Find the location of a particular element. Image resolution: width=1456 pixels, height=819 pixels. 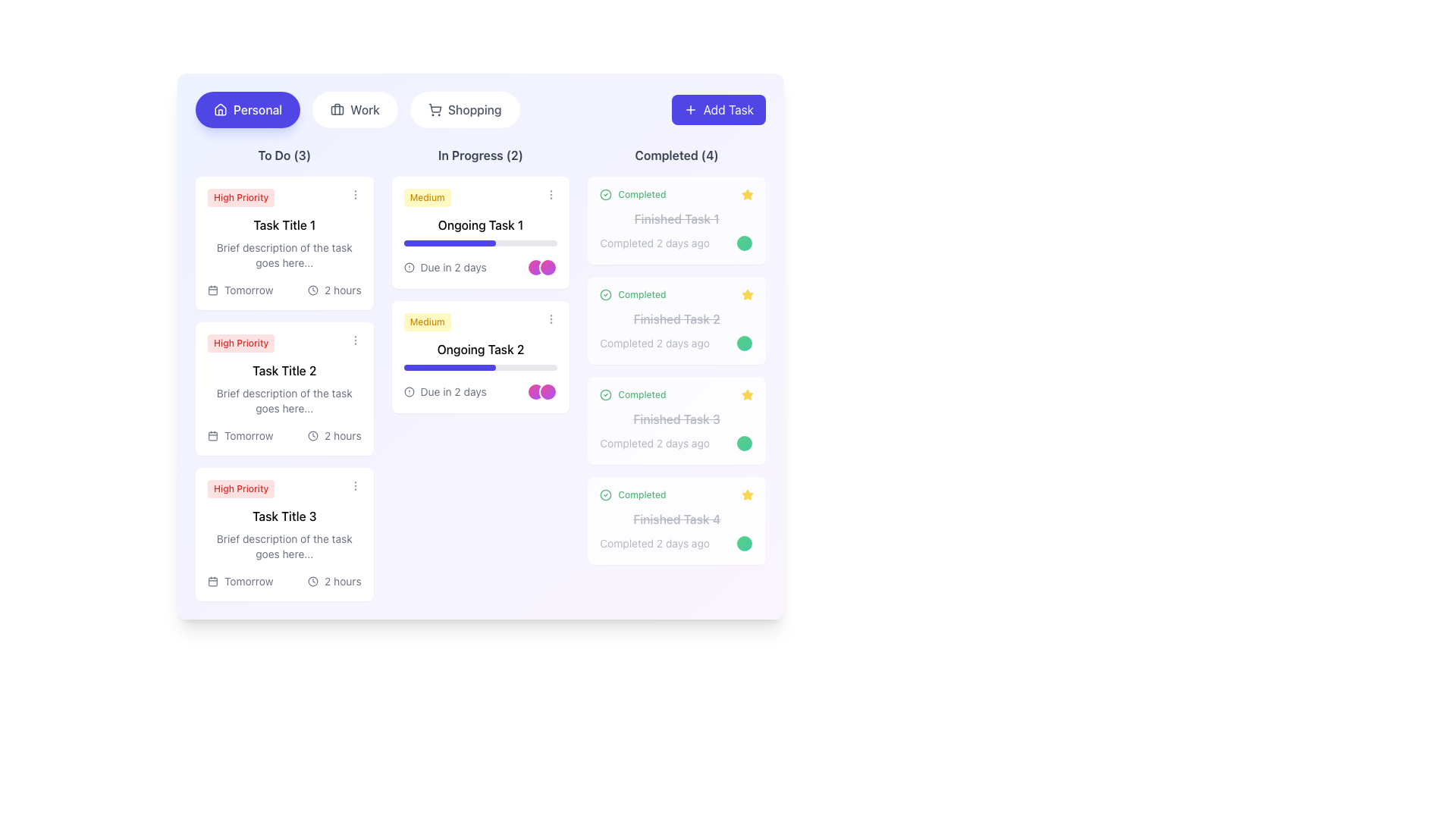

the displayed information from the Label with a clock icon and text reading '2 hours' located at the bottom-right of the 'Task Title 3' card in the 'To Do' section is located at coordinates (334, 581).